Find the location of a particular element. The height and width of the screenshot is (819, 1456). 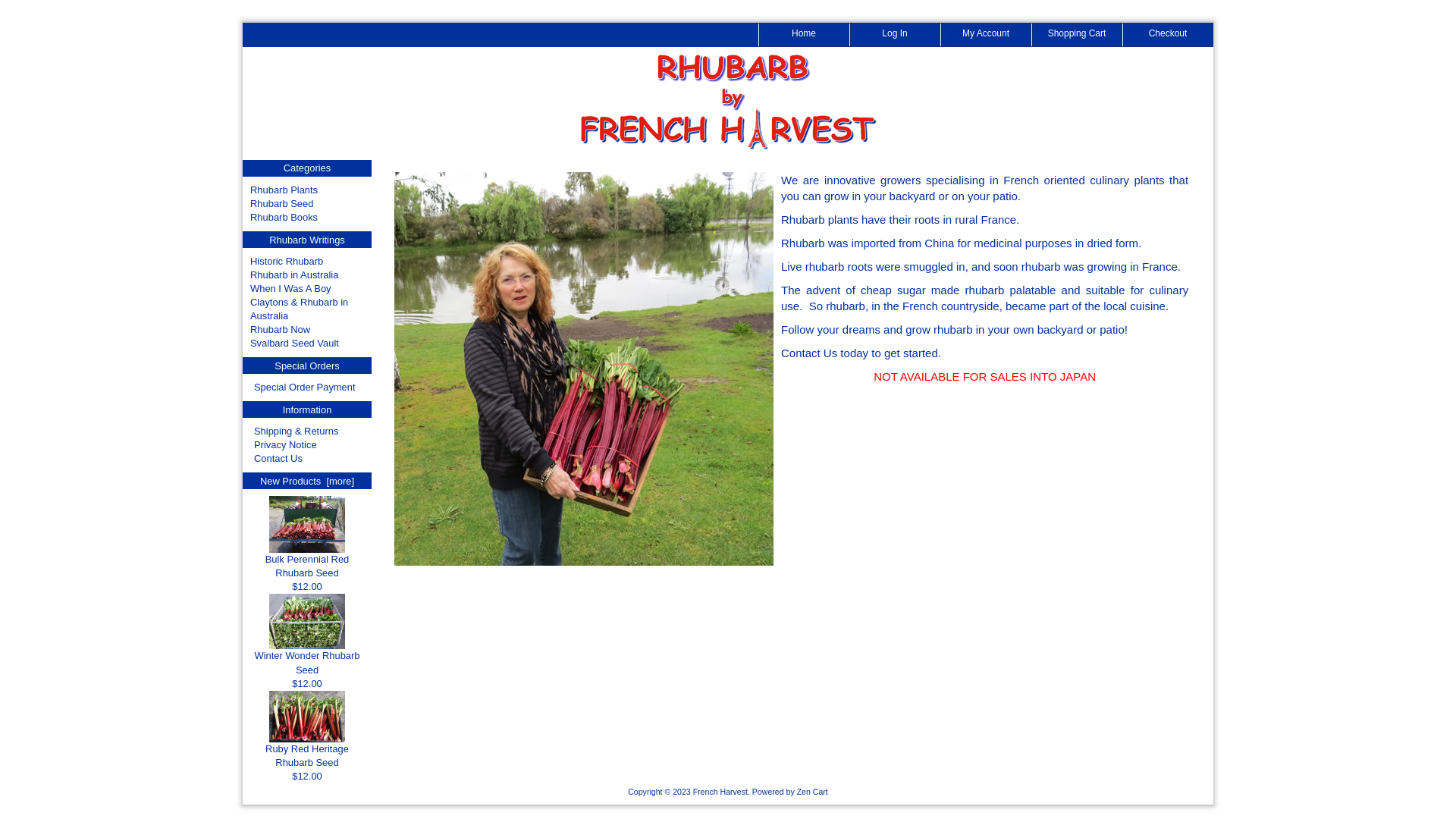

'Rhubarb Seed' is located at coordinates (250, 202).